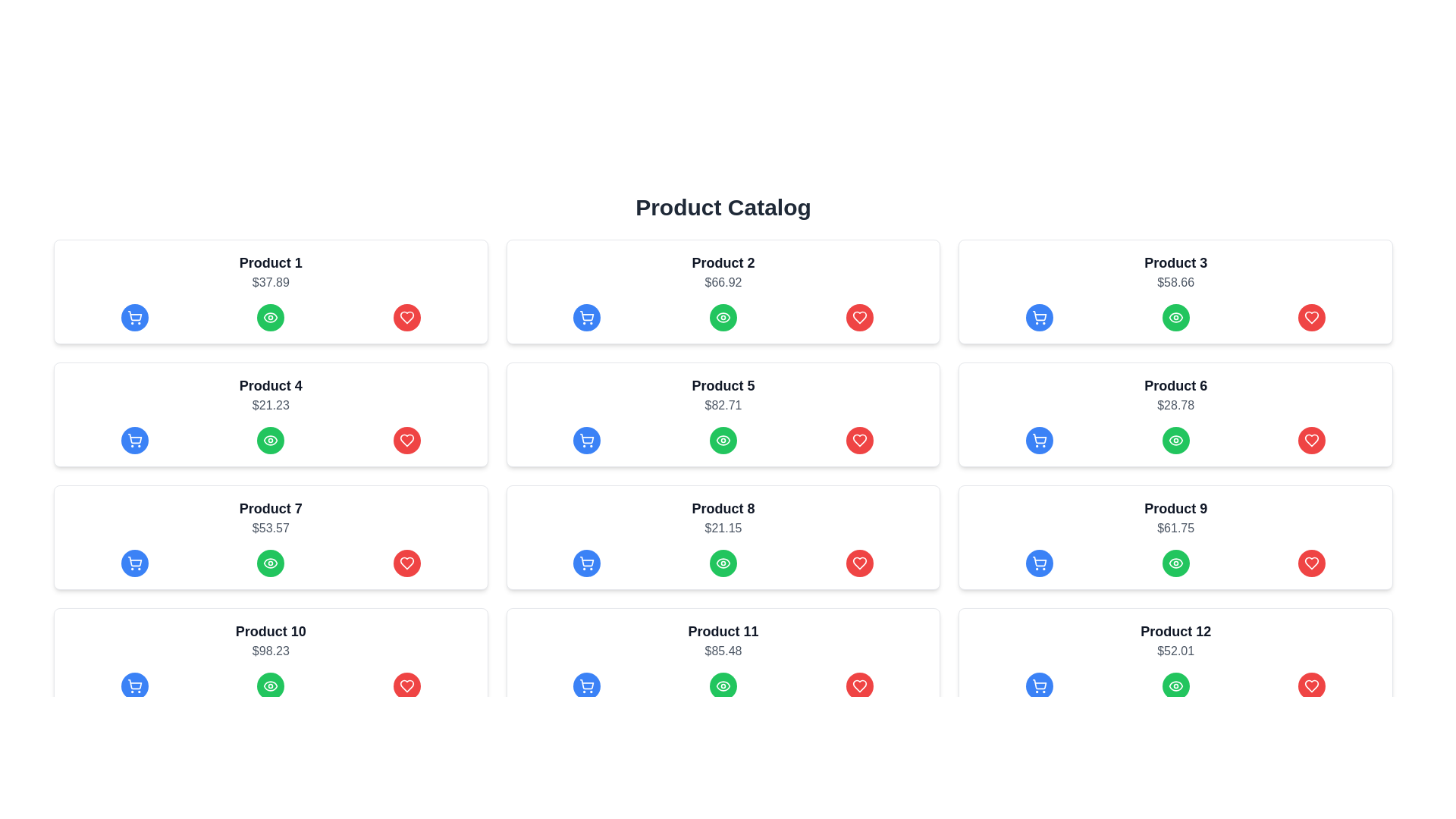  Describe the element at coordinates (586, 686) in the screenshot. I see `the circular blue button with a shopping cart icon located in the row for 'Product 11'` at that location.